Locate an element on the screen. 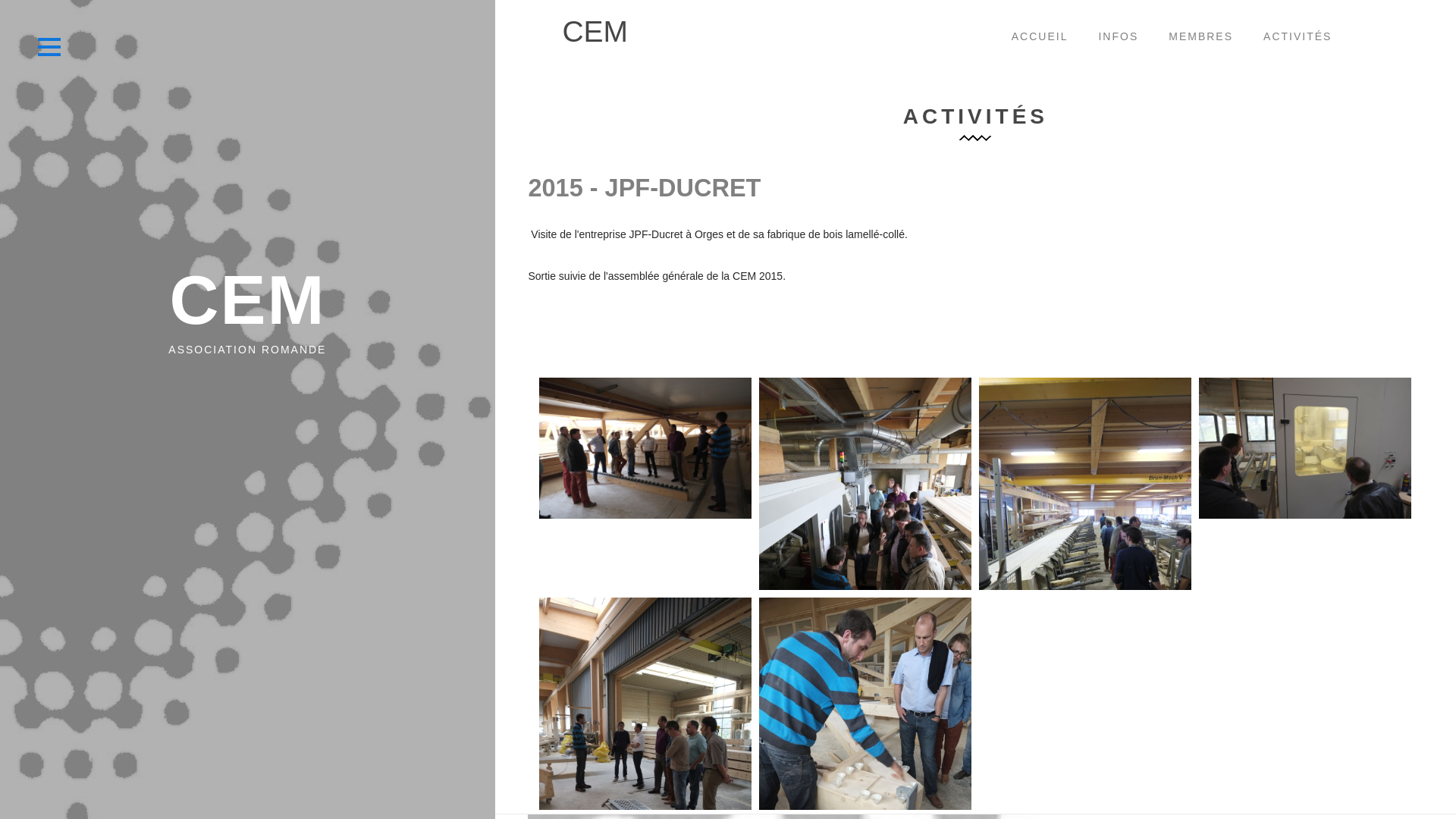  'MEMBRES' is located at coordinates (1200, 37).